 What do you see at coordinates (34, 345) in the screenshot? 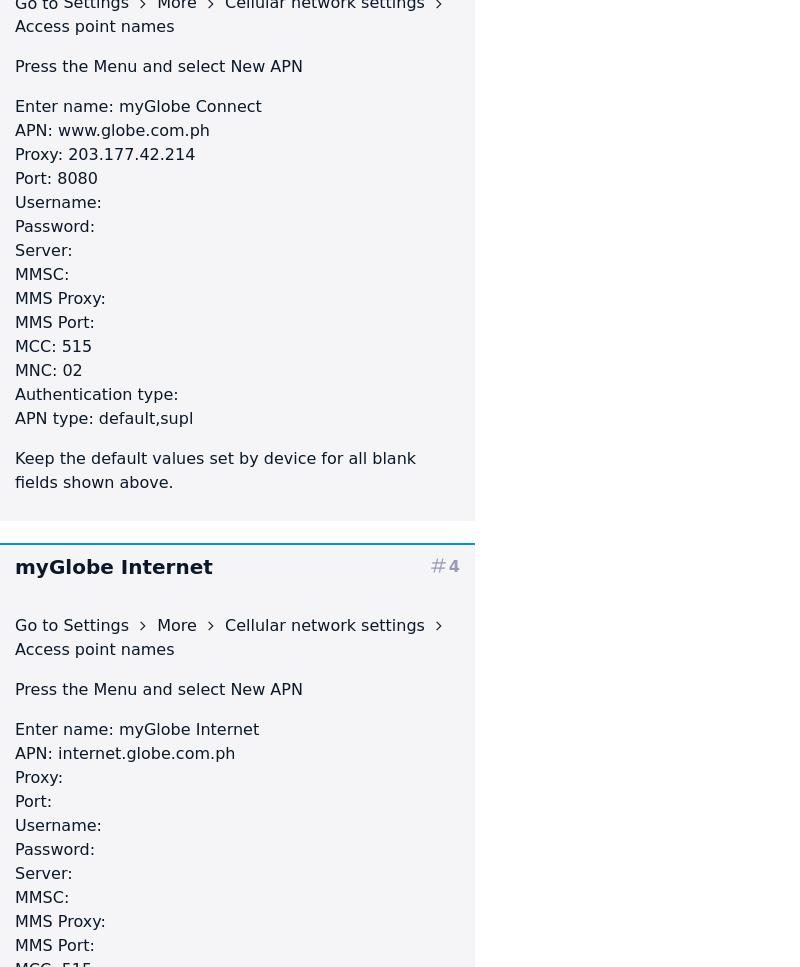
I see `'MCC:'` at bounding box center [34, 345].